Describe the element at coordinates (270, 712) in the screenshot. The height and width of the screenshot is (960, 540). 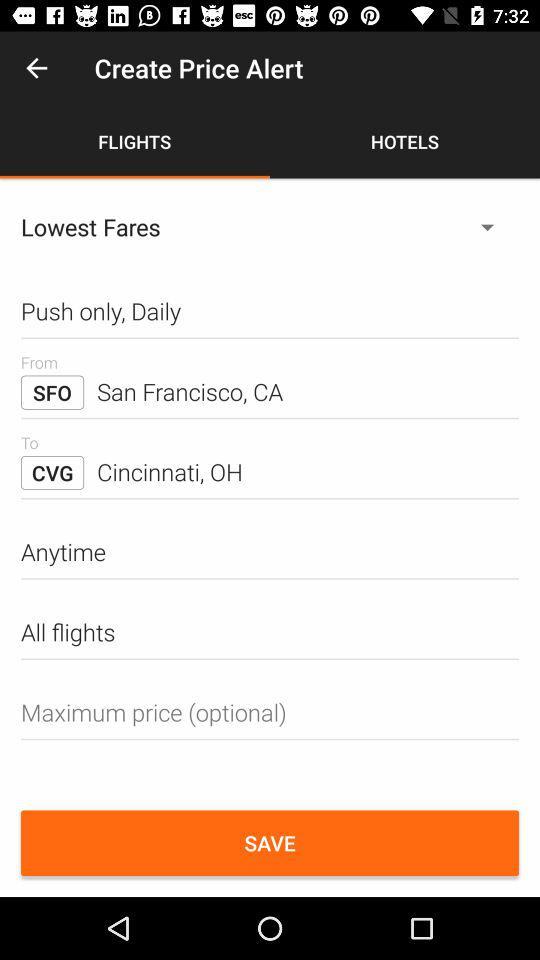
I see `fill the maximum price` at that location.